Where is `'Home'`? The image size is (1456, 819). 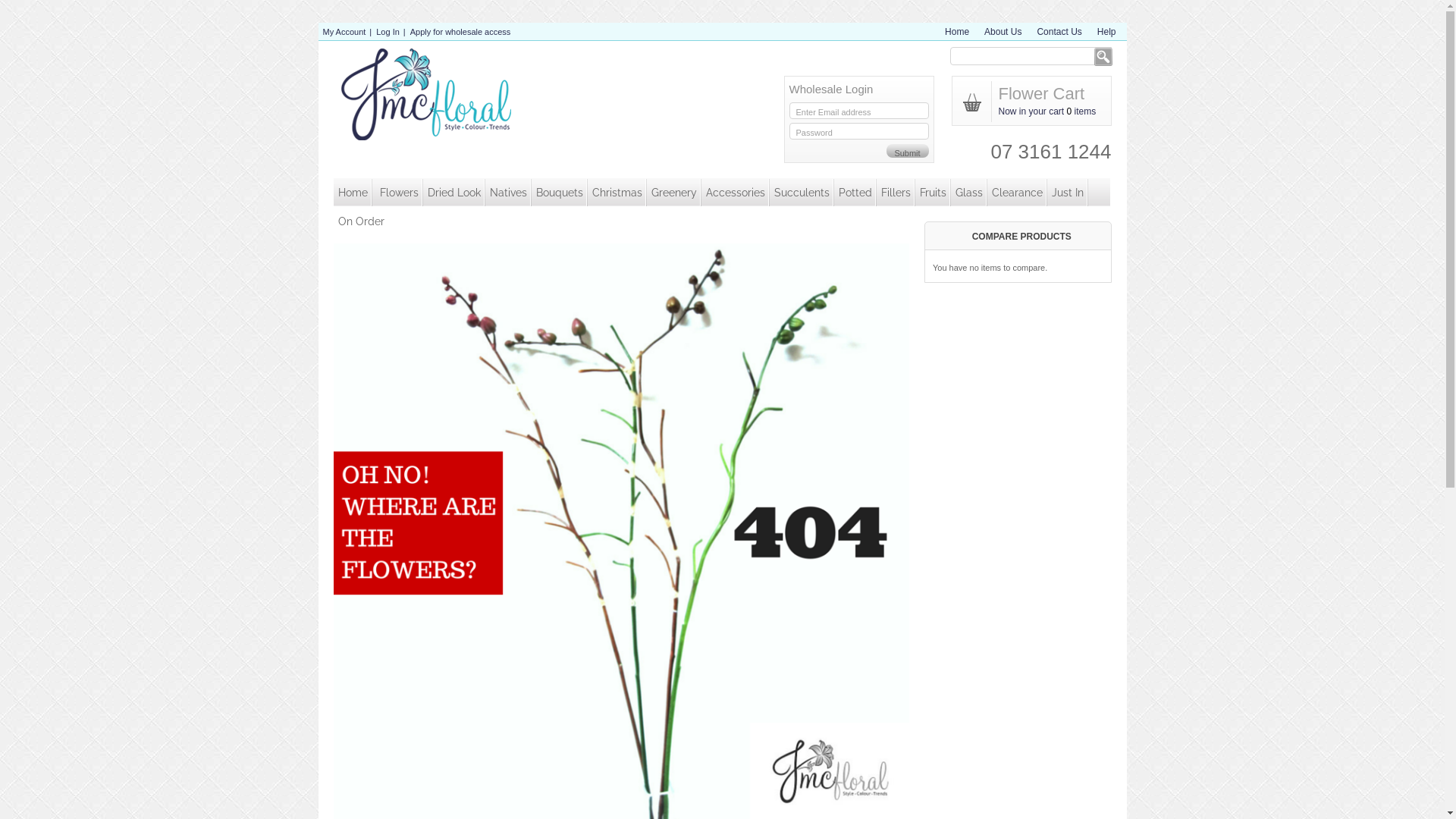 'Home' is located at coordinates (352, 192).